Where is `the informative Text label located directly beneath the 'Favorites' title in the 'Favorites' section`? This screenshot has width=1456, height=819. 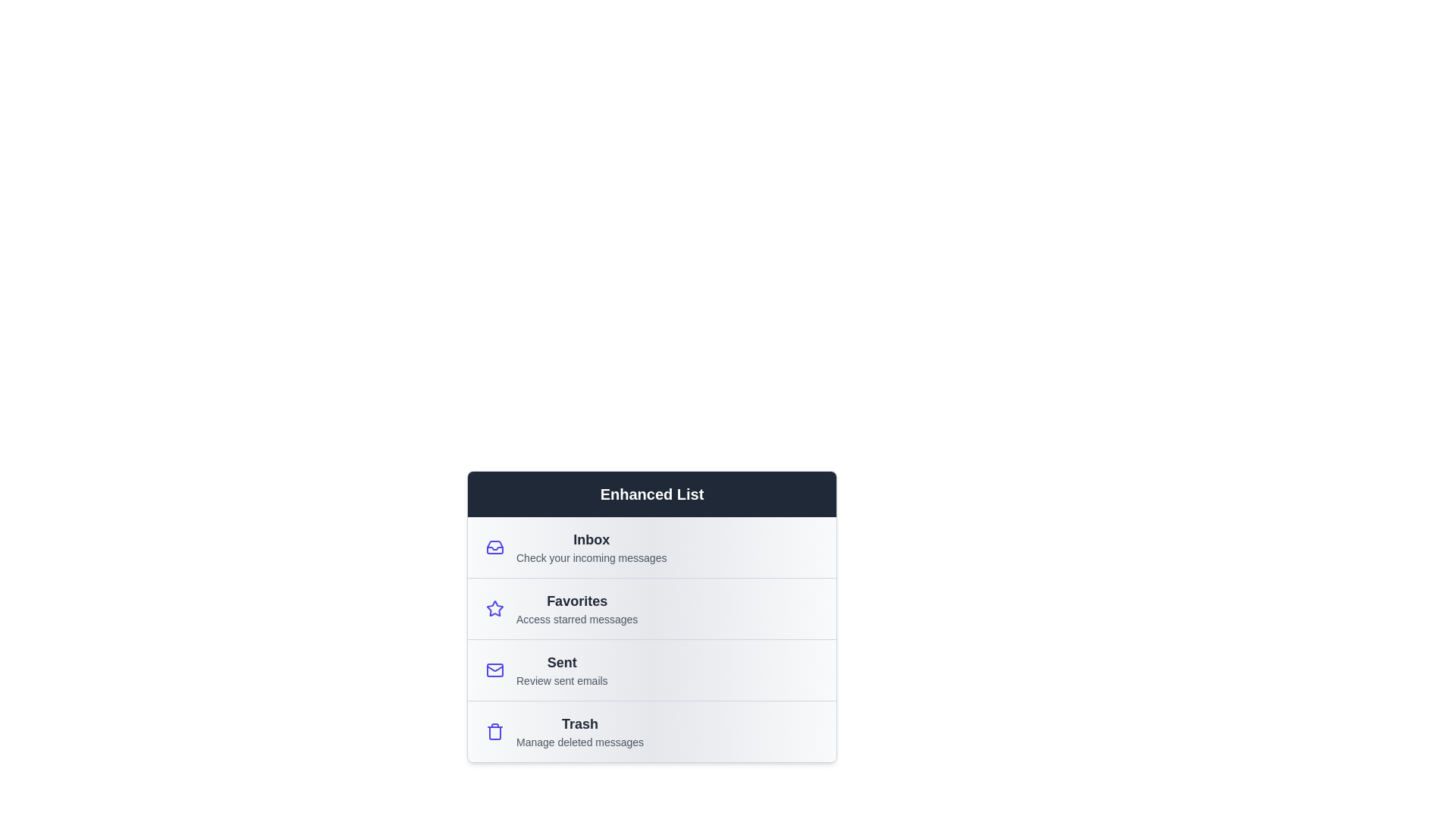
the informative Text label located directly beneath the 'Favorites' title in the 'Favorites' section is located at coordinates (576, 620).